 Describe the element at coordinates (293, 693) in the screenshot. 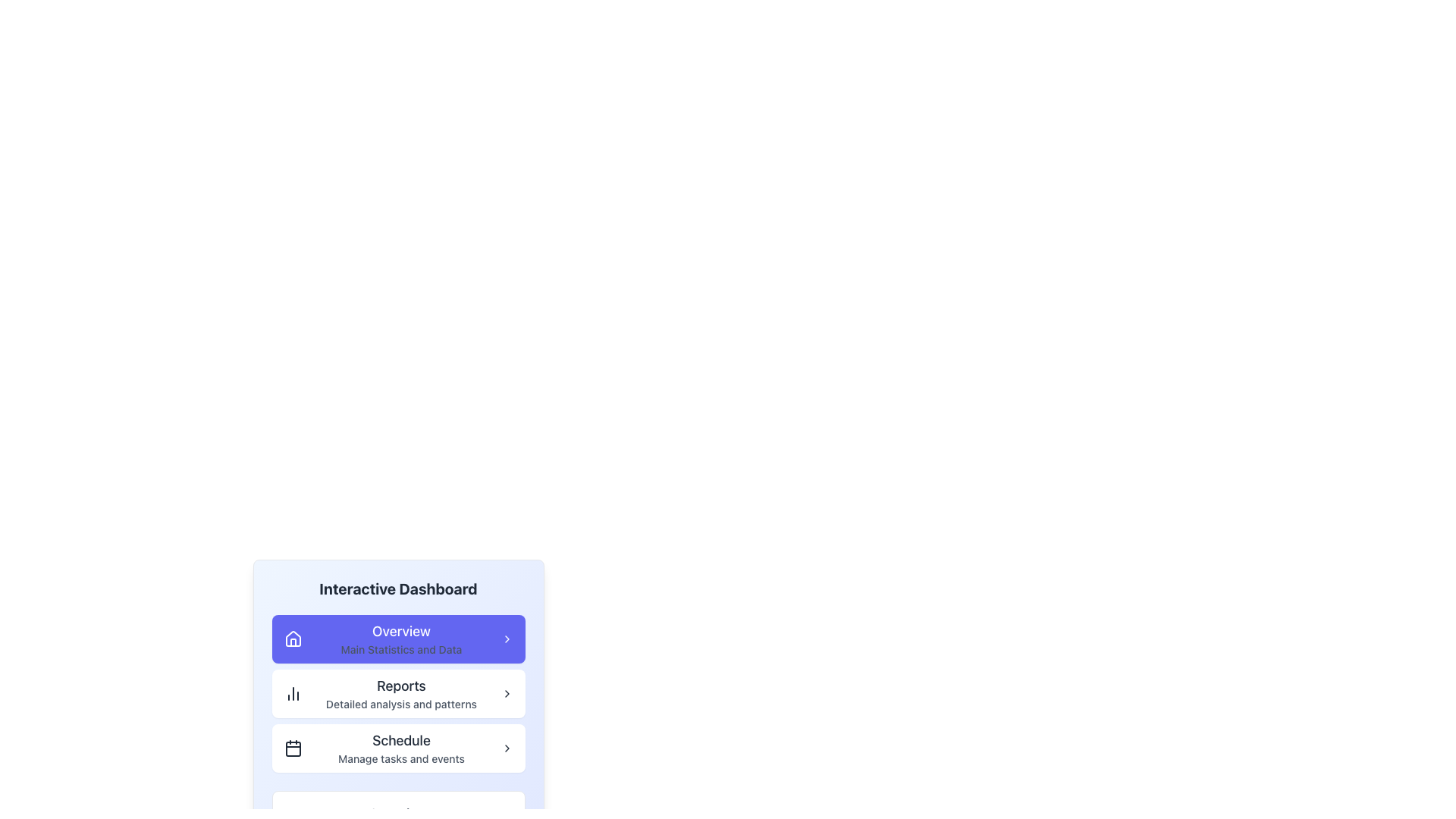

I see `the 'Reports' menu item which contains a minimalist bar chart icon on the left side` at that location.